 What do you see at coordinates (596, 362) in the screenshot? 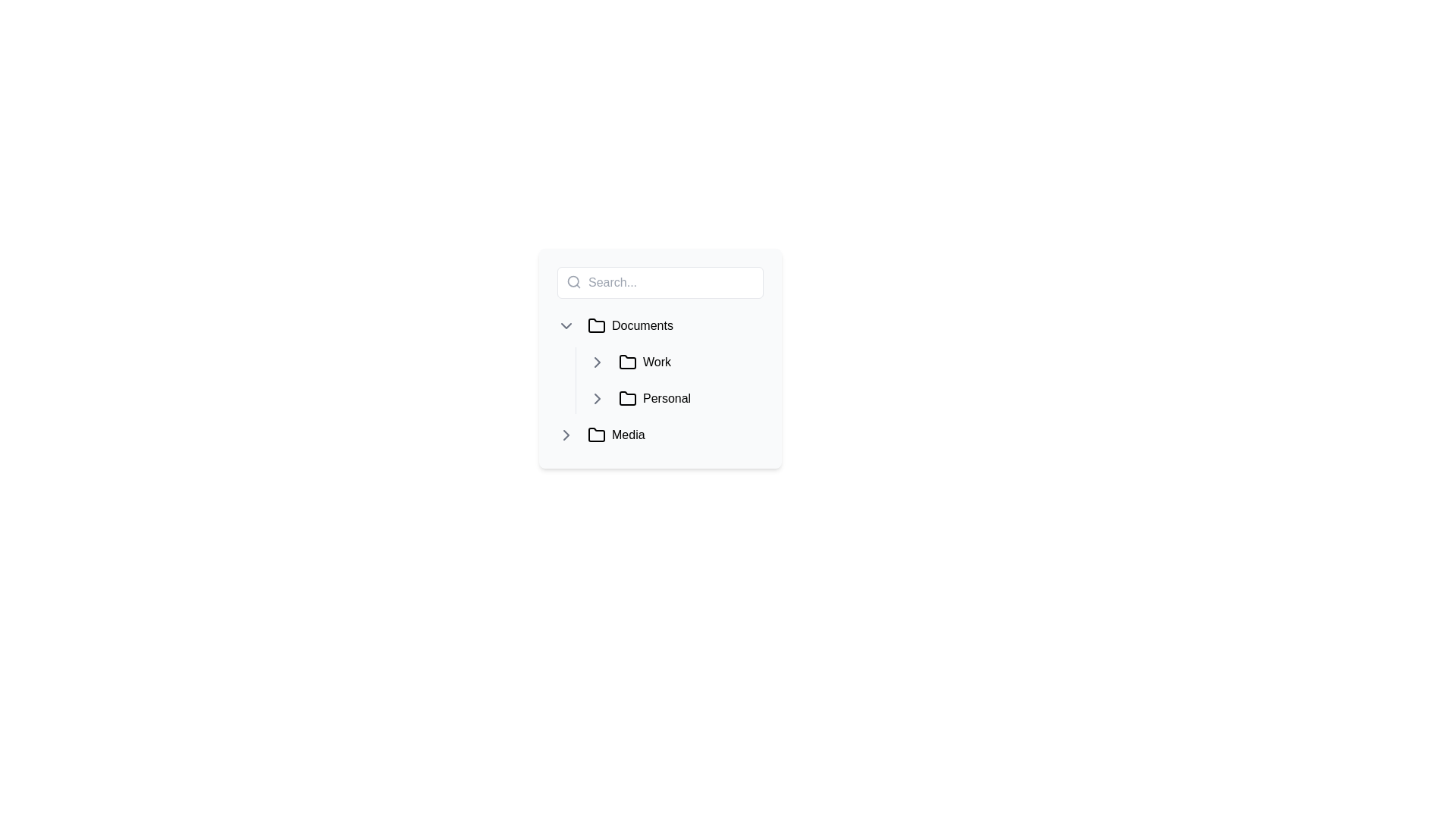
I see `the right-pointing arrow icon button located next to the 'Work' label` at bounding box center [596, 362].